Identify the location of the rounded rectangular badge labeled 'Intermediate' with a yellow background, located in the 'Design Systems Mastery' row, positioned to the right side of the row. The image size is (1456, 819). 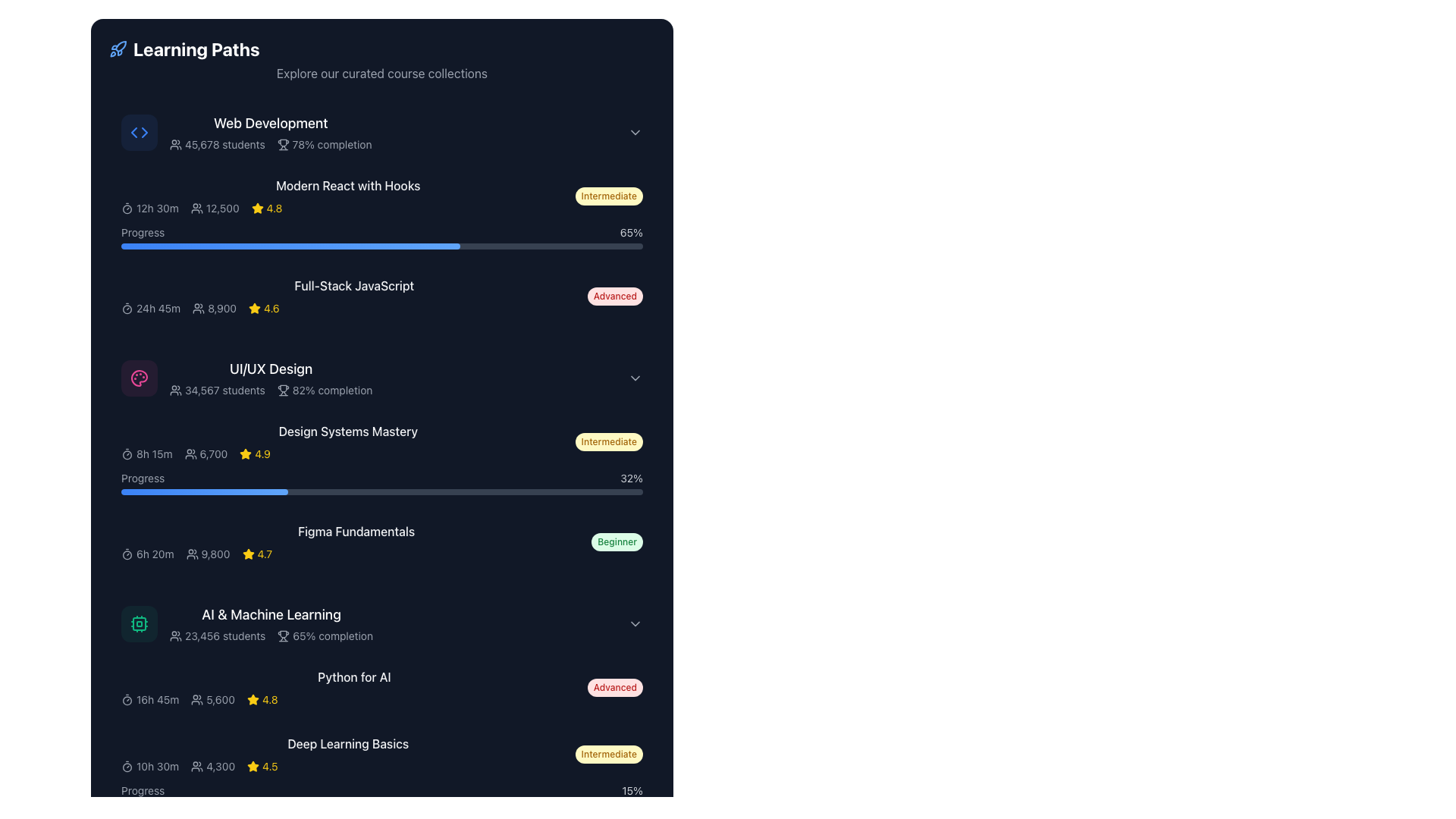
(609, 441).